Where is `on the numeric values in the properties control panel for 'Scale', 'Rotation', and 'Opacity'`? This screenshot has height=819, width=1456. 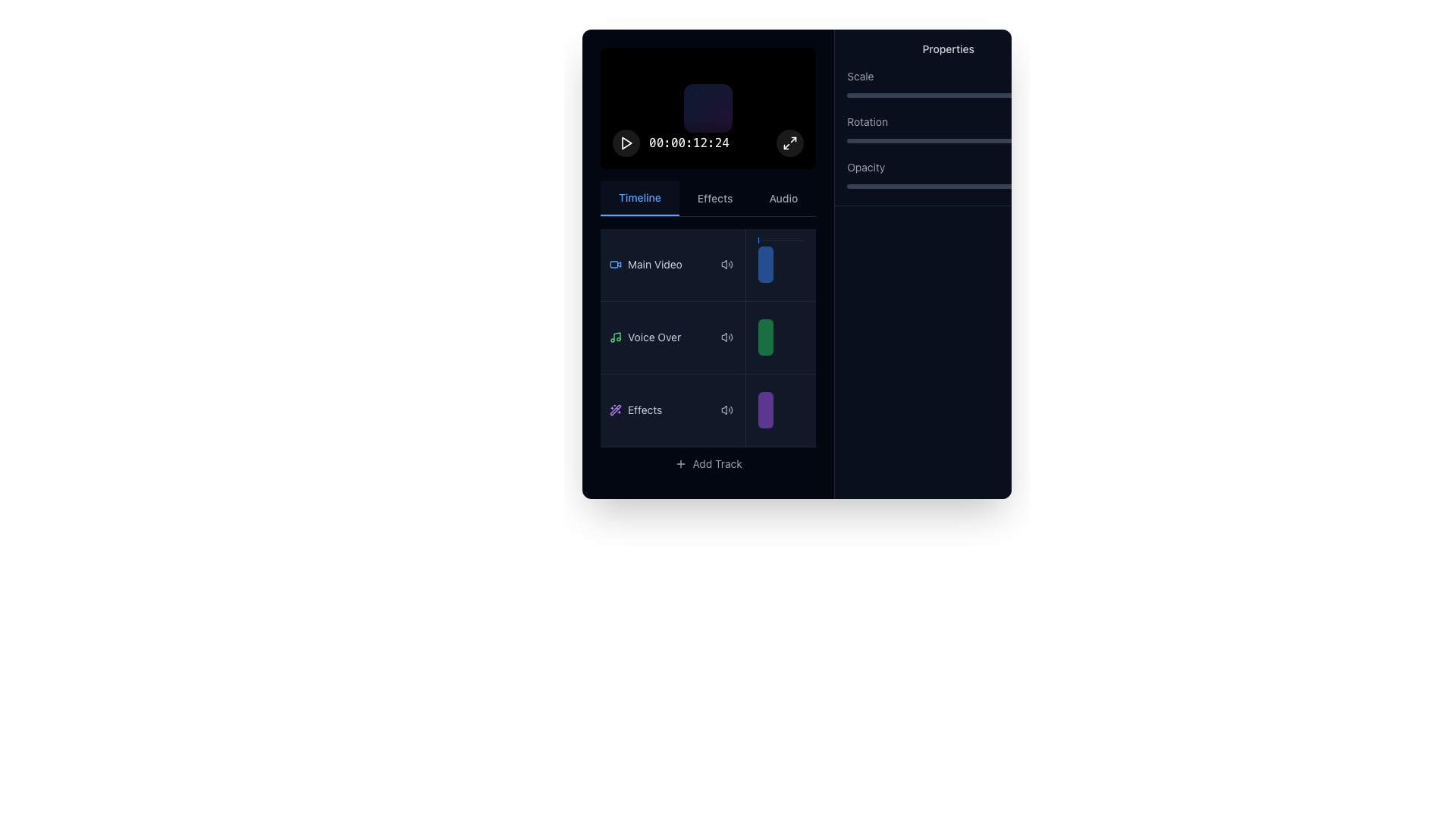 on the numeric values in the properties control panel for 'Scale', 'Rotation', and 'Opacity' is located at coordinates (947, 117).